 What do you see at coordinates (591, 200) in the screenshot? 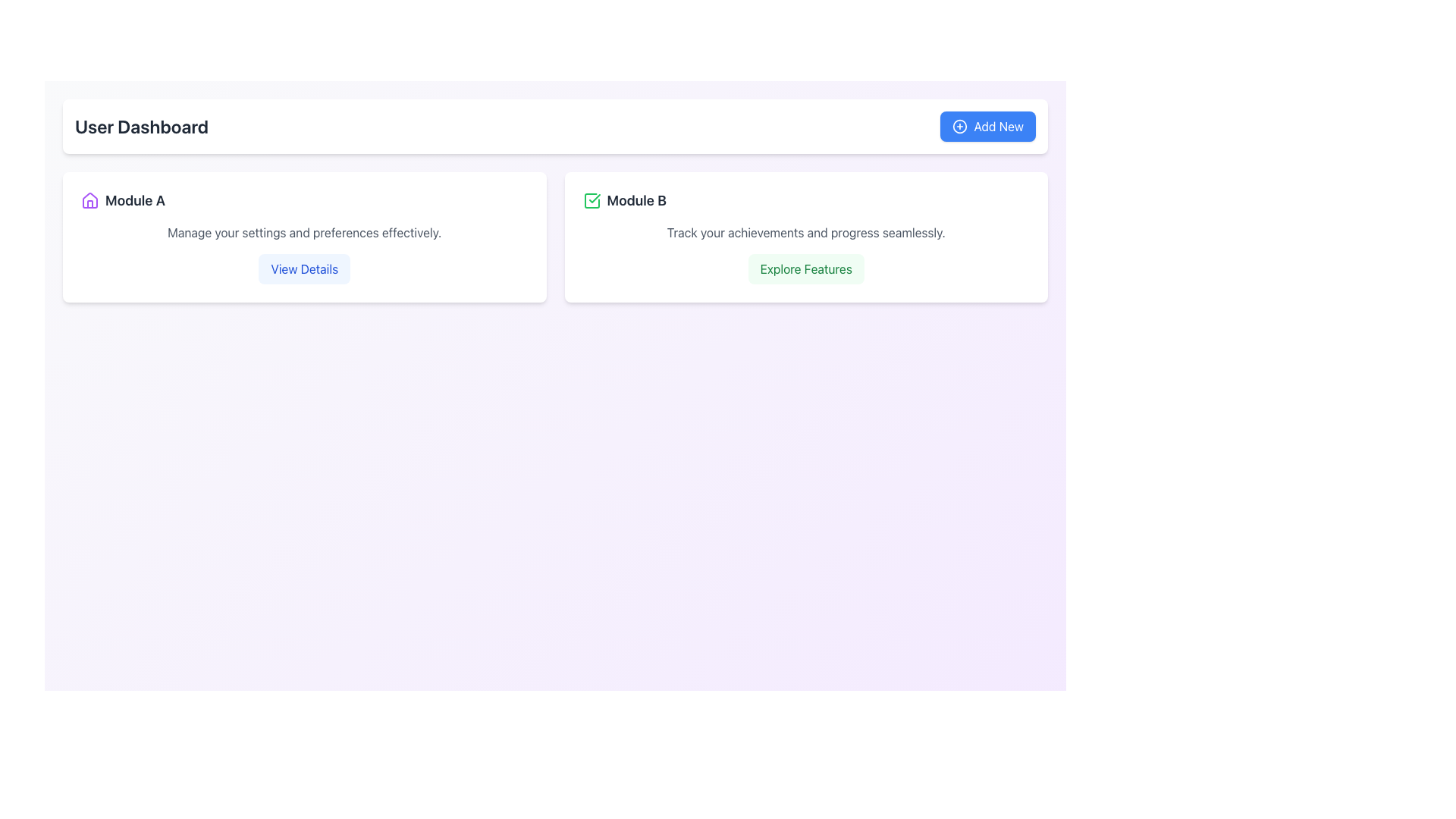
I see `the status icon located in the top-left corner of the 'Module B' card as part of the card's visual content` at bounding box center [591, 200].